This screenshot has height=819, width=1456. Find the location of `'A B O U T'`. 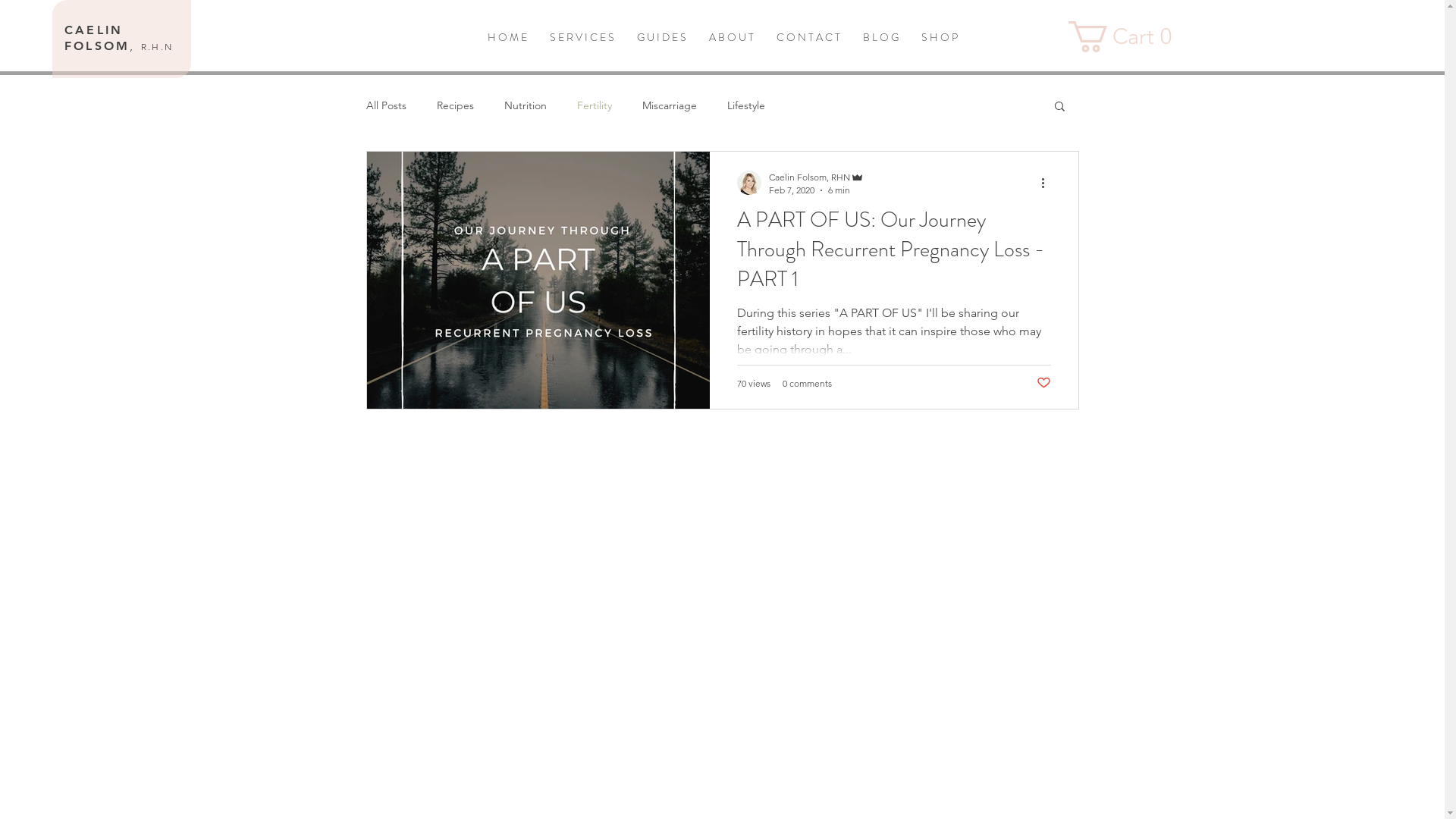

'A B O U T' is located at coordinates (731, 36).